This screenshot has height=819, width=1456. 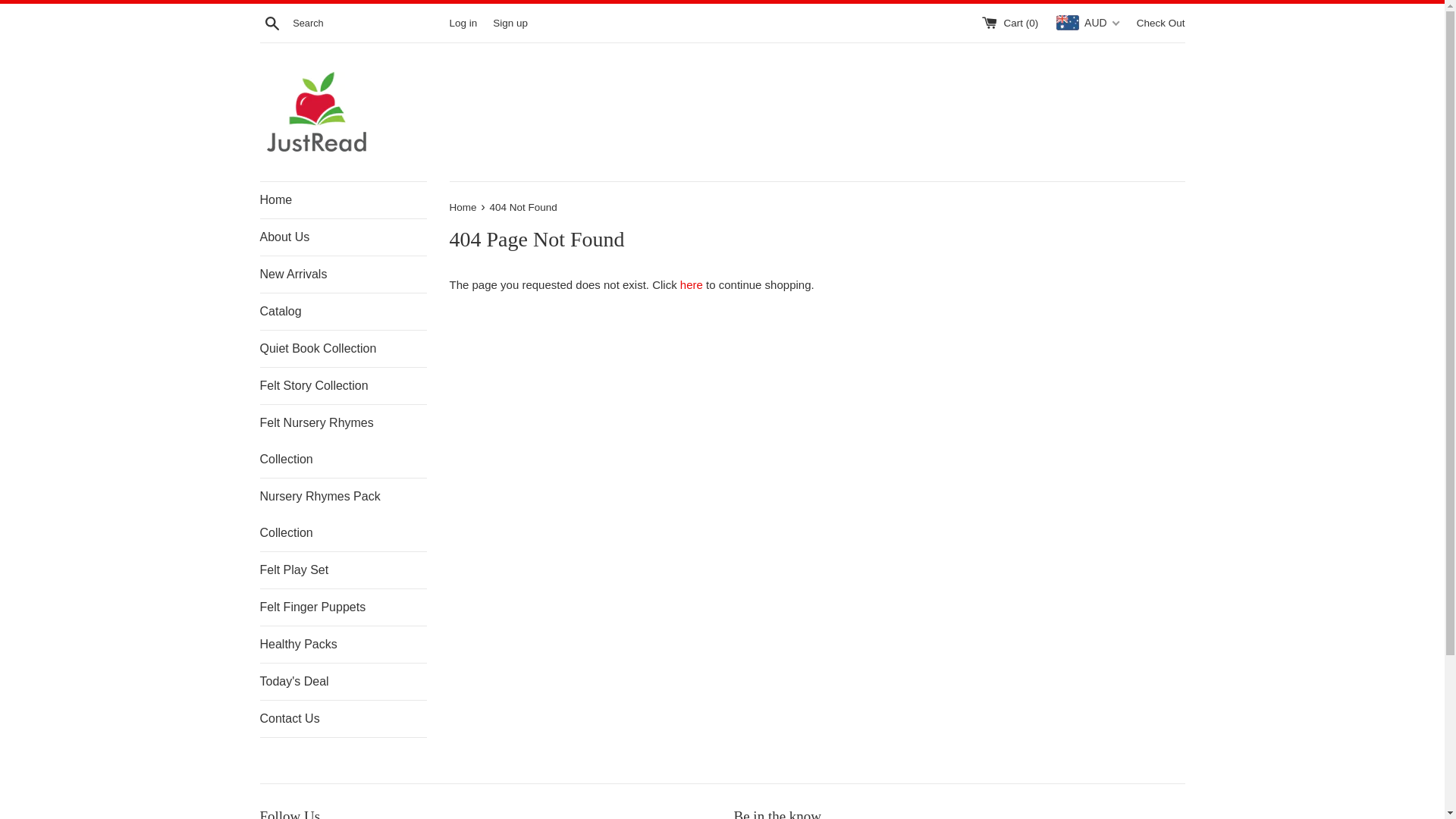 I want to click on 'Felt Finger Puppets', so click(x=259, y=607).